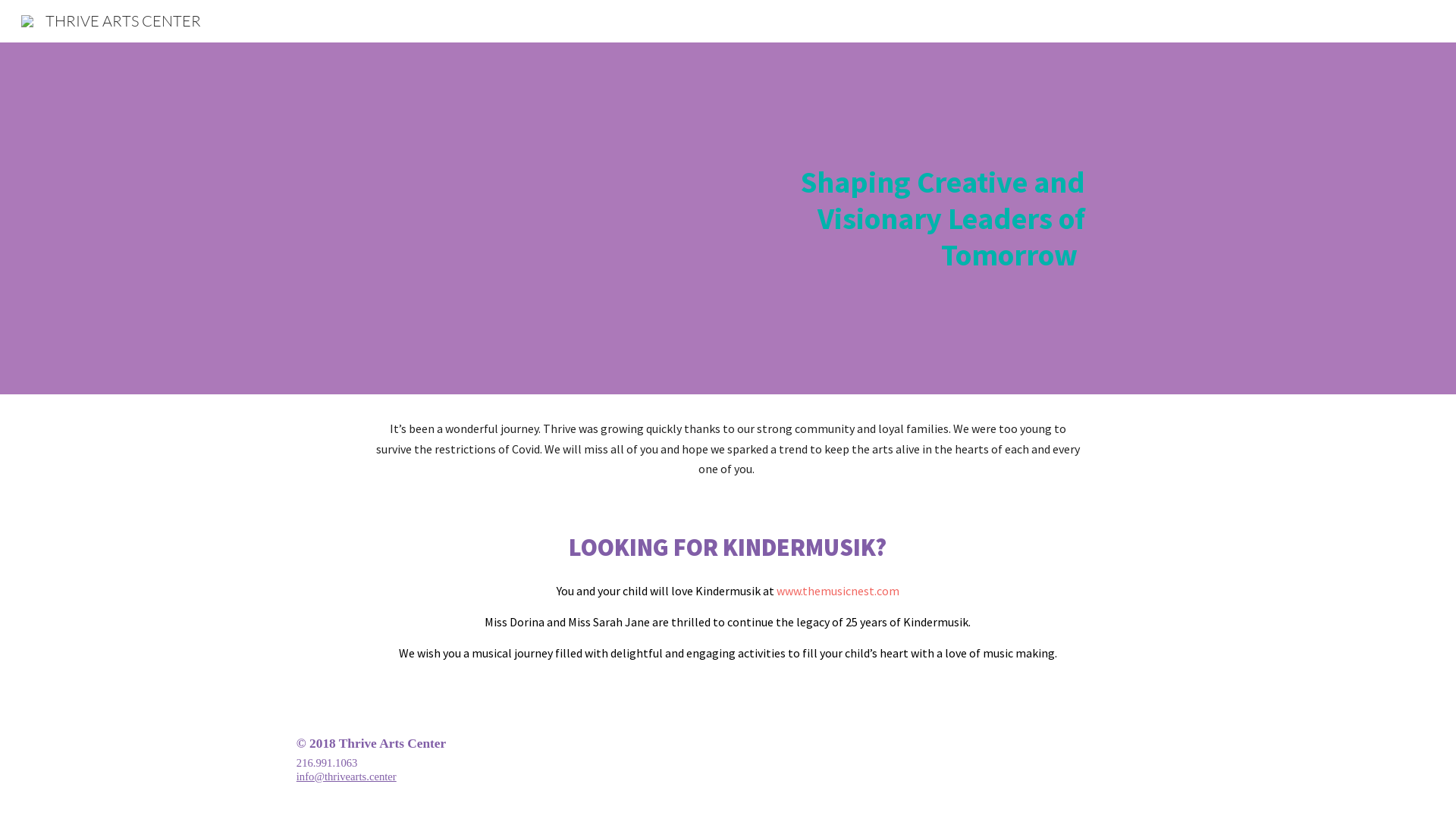 This screenshot has width=1456, height=819. I want to click on 'www.themusicnest.com', so click(836, 590).